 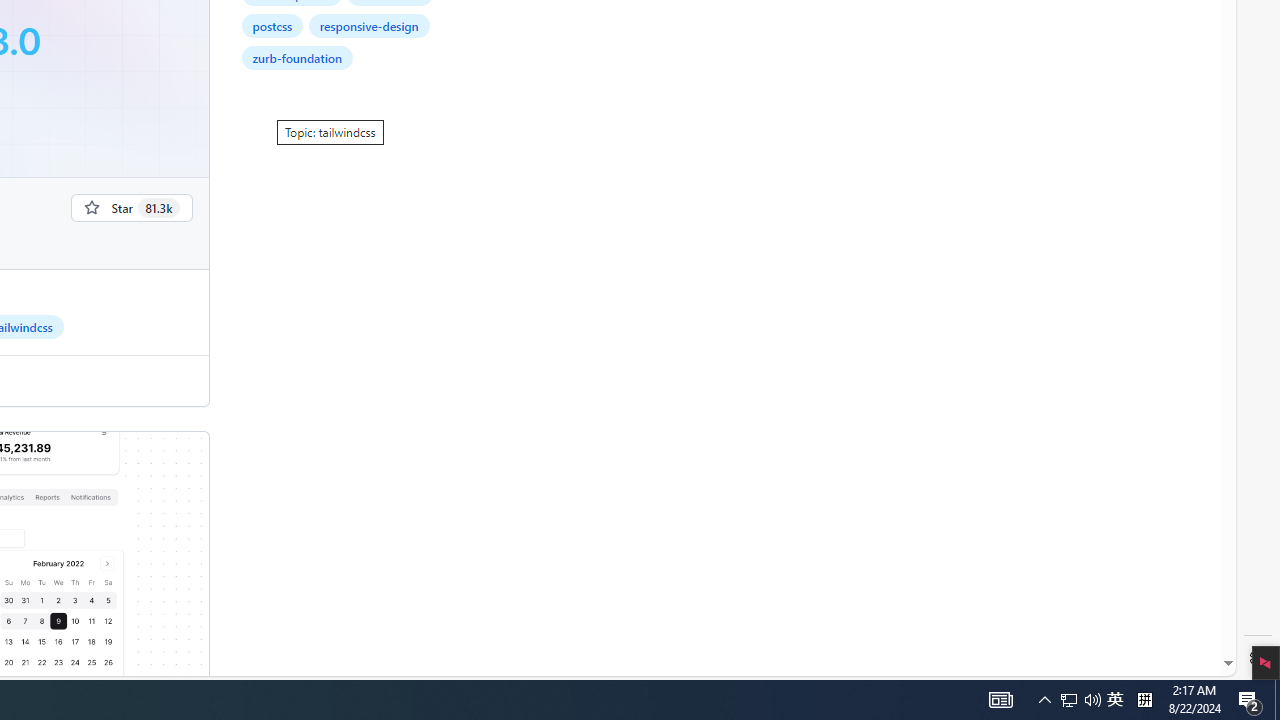 I want to click on 'postcss', so click(x=271, y=25).